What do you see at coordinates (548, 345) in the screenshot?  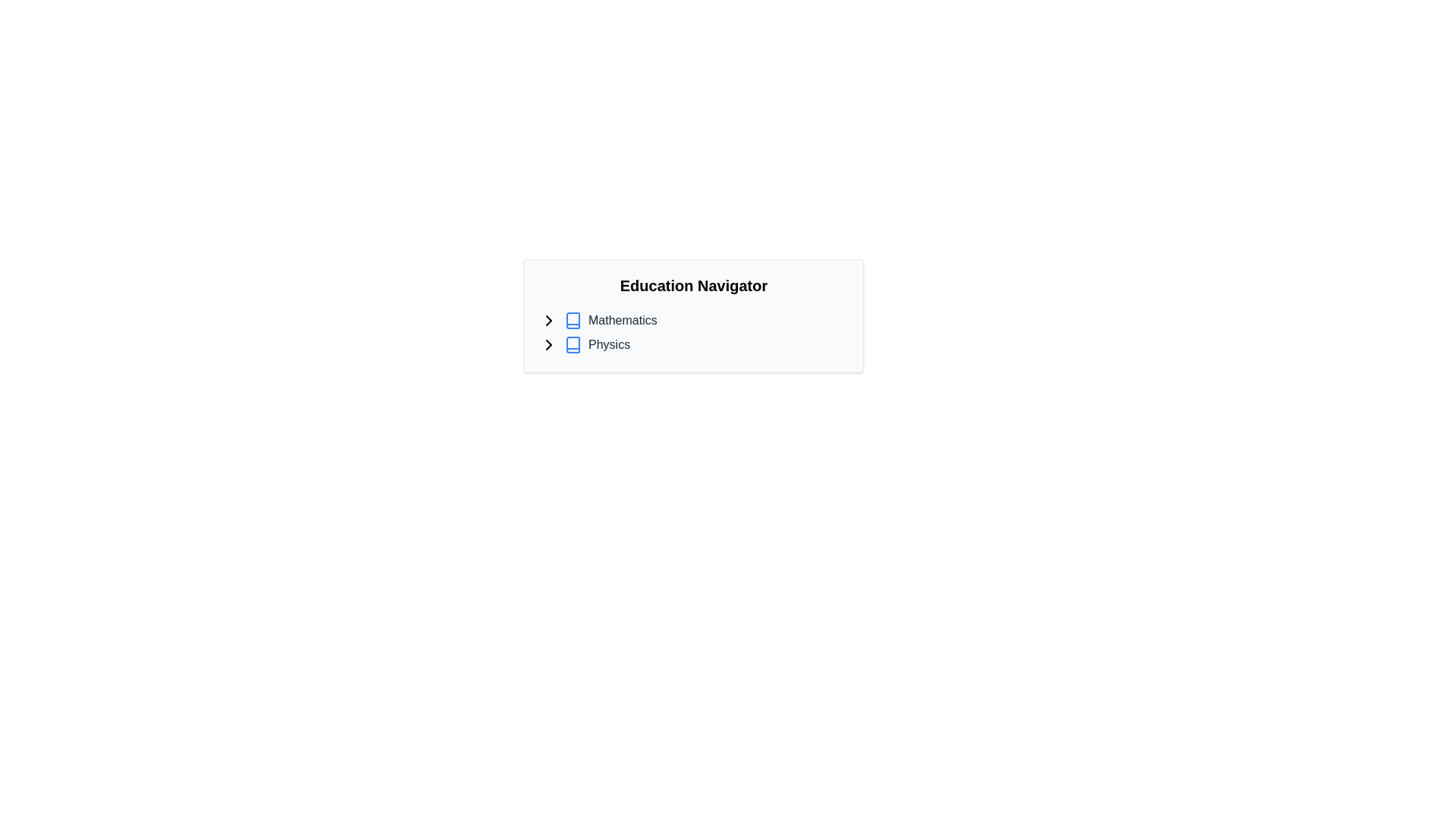 I see `the Chevron icon that indicates the 'Physics' section can be expanded or navigated to, located adjacent to the text 'Physics' and a book icon` at bounding box center [548, 345].